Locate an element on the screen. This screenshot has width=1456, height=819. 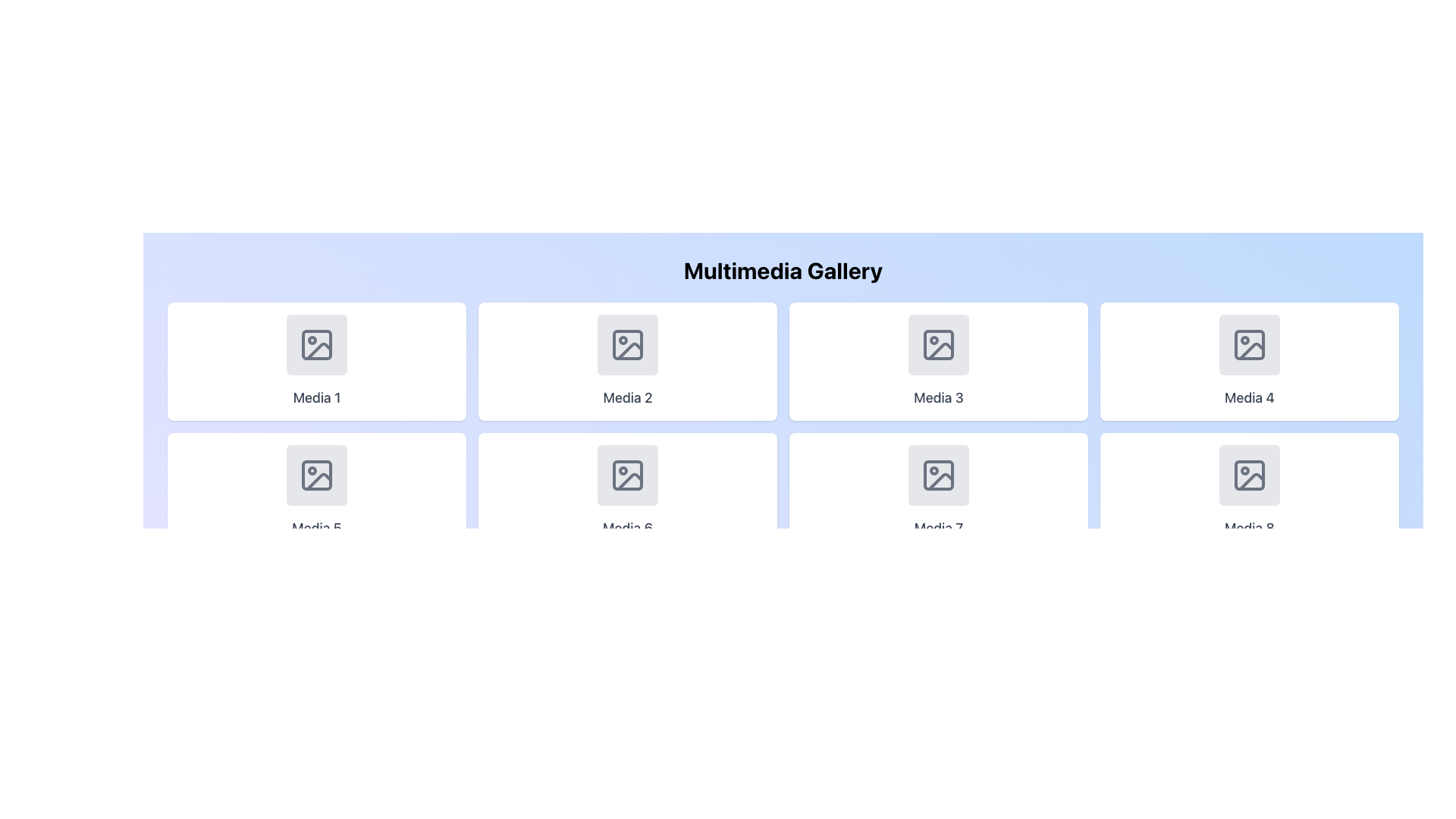
the multimedia gallery icon located in the bottom-right corner of the second row, which serves as a placeholder for a media file is located at coordinates (1249, 475).